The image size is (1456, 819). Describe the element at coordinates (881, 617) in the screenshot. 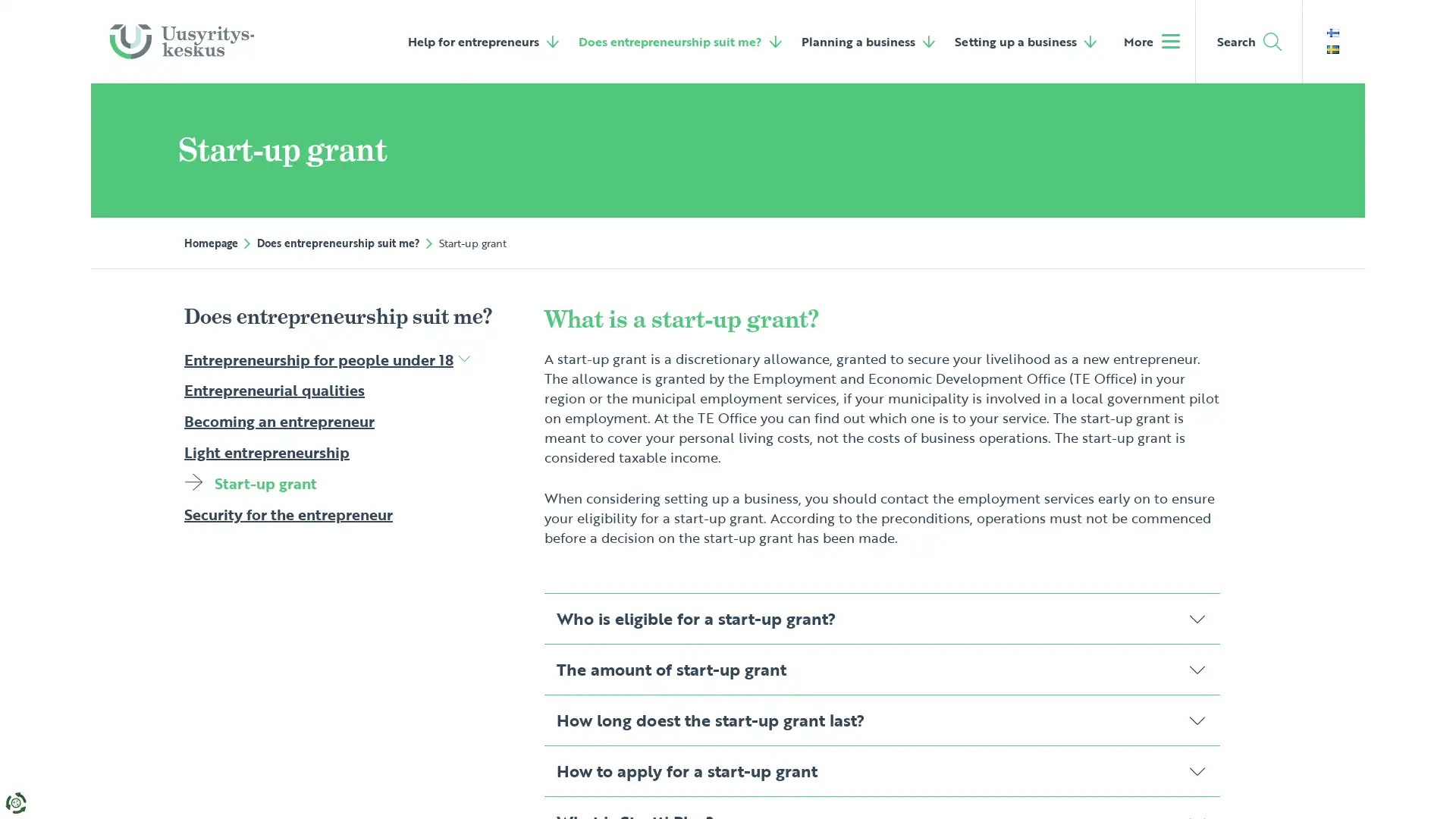

I see `Who is eligible for a start-up grant?` at that location.